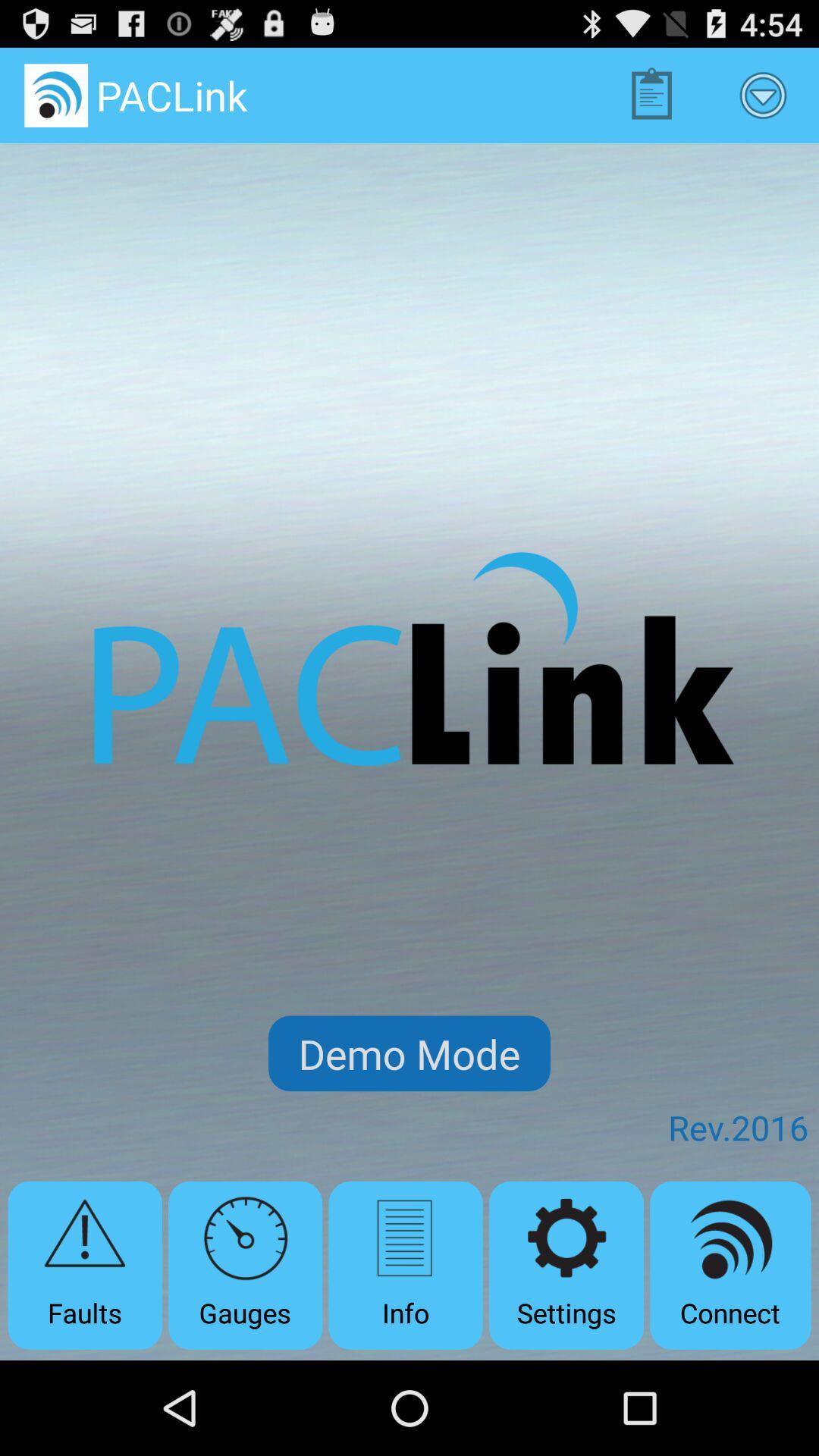 This screenshot has width=819, height=1456. I want to click on info button, so click(405, 1265).